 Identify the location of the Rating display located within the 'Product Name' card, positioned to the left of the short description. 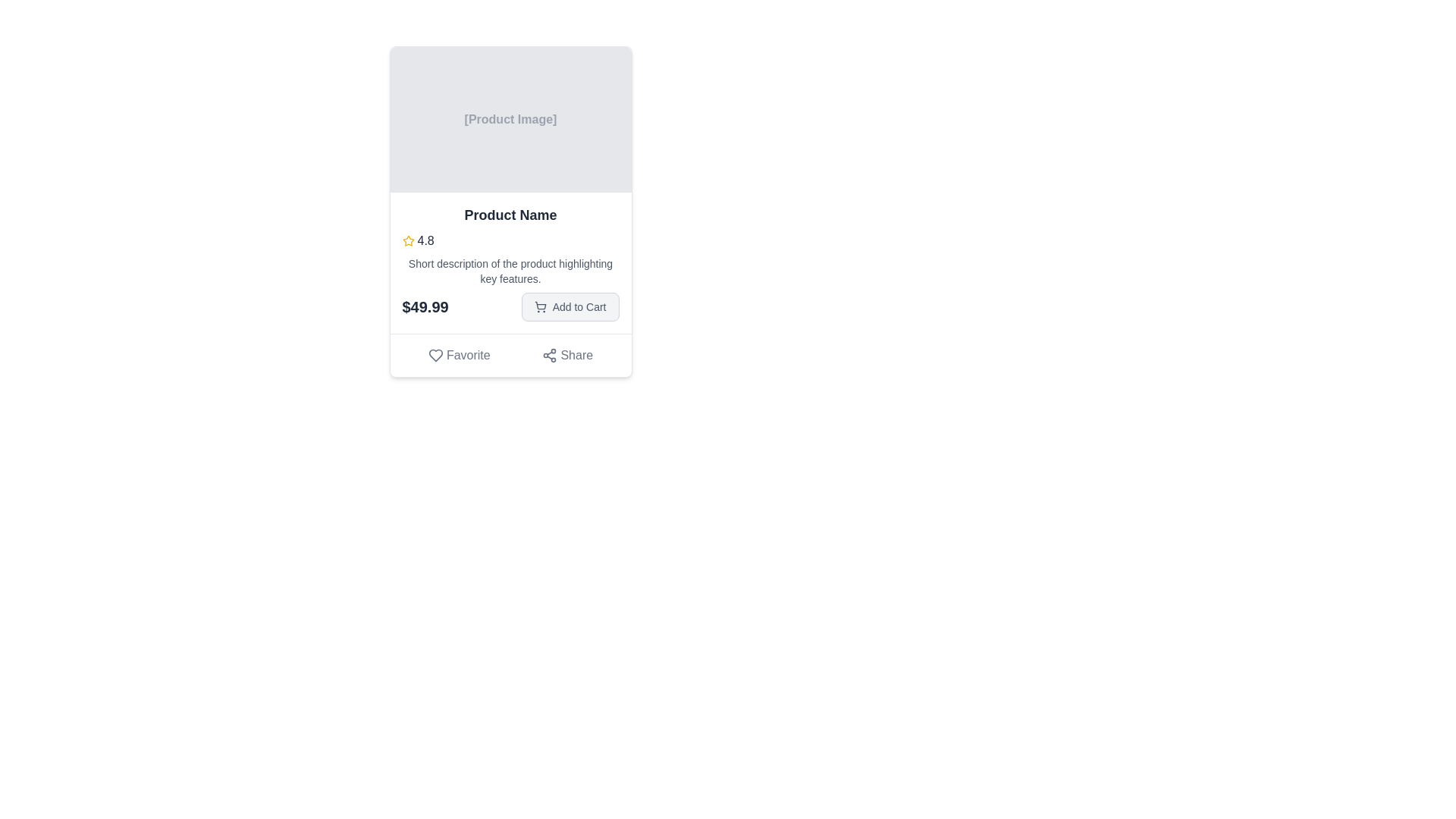
(510, 240).